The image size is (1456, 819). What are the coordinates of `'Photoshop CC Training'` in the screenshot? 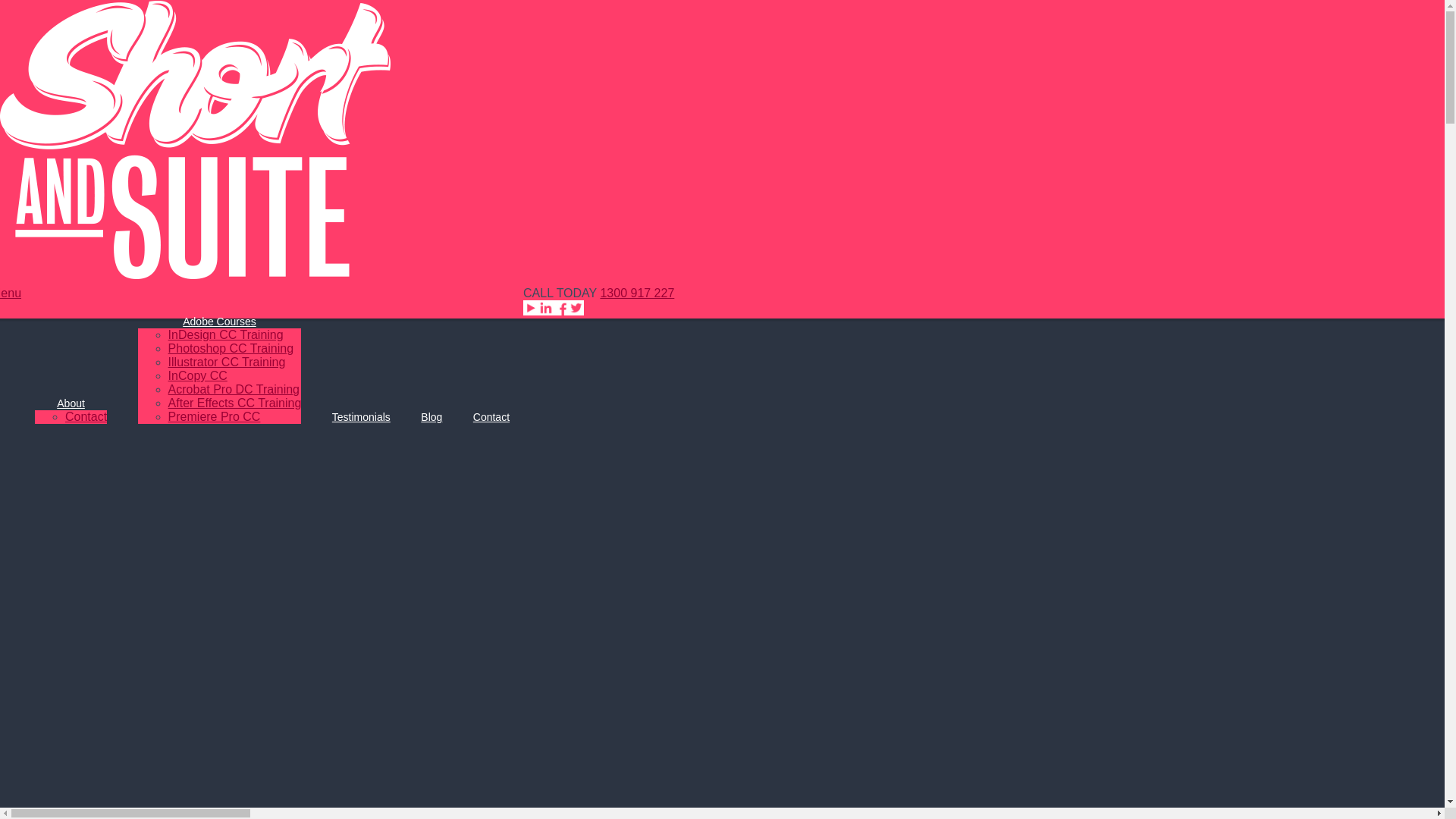 It's located at (230, 348).